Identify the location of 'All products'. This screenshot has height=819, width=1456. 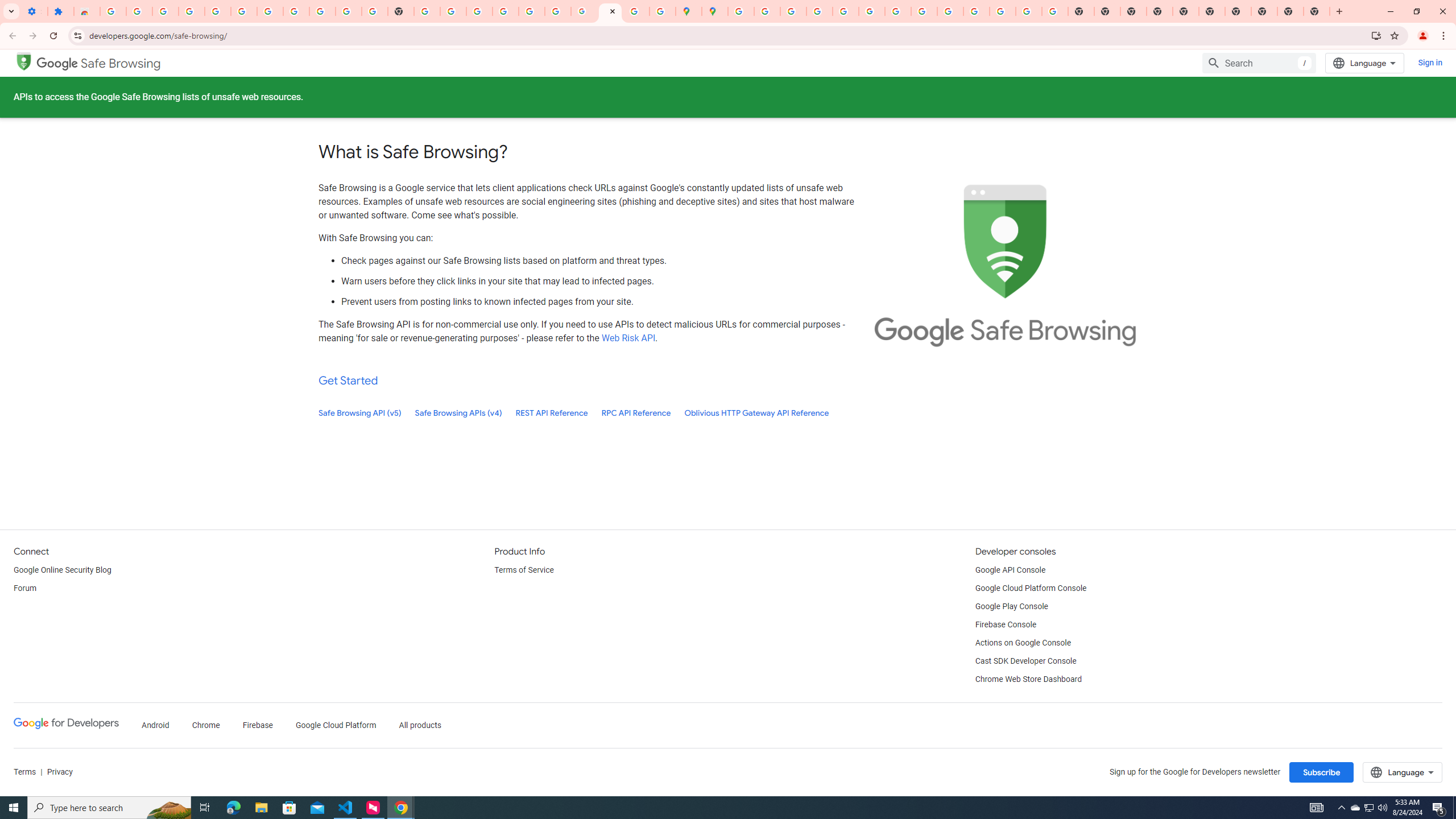
(420, 725).